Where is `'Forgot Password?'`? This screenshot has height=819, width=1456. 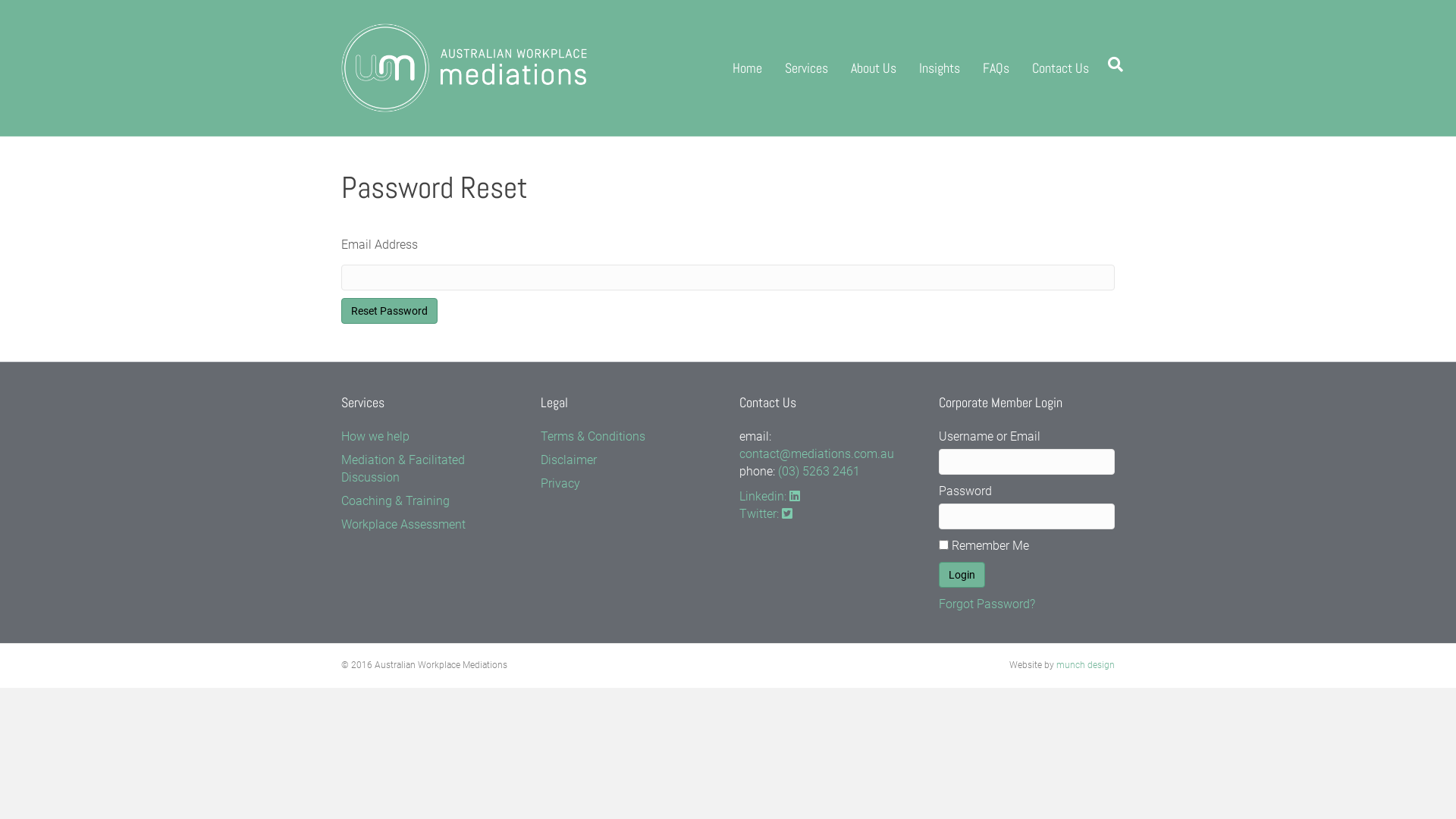 'Forgot Password?' is located at coordinates (987, 603).